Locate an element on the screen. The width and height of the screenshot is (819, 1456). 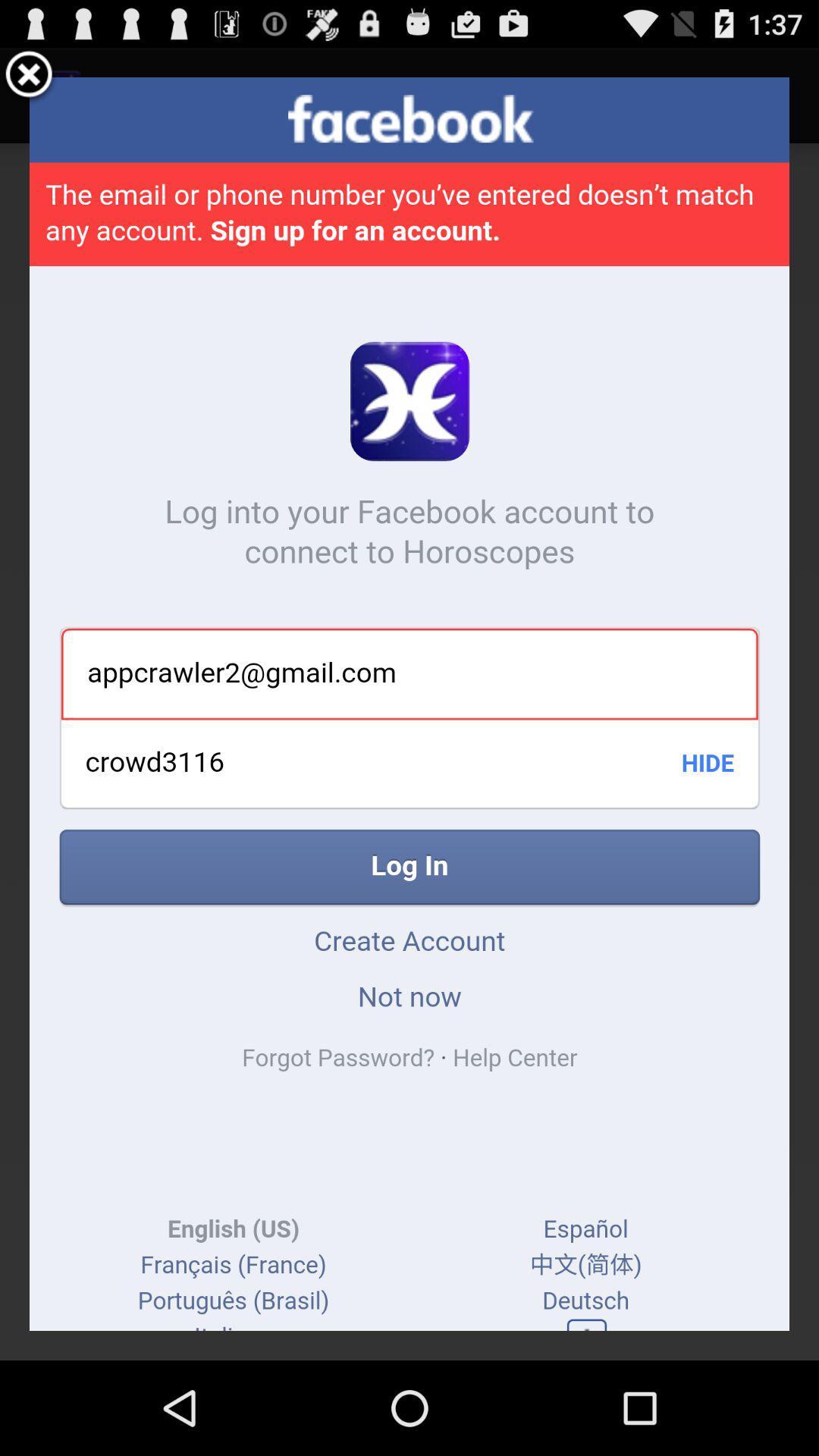
form is located at coordinates (29, 76).